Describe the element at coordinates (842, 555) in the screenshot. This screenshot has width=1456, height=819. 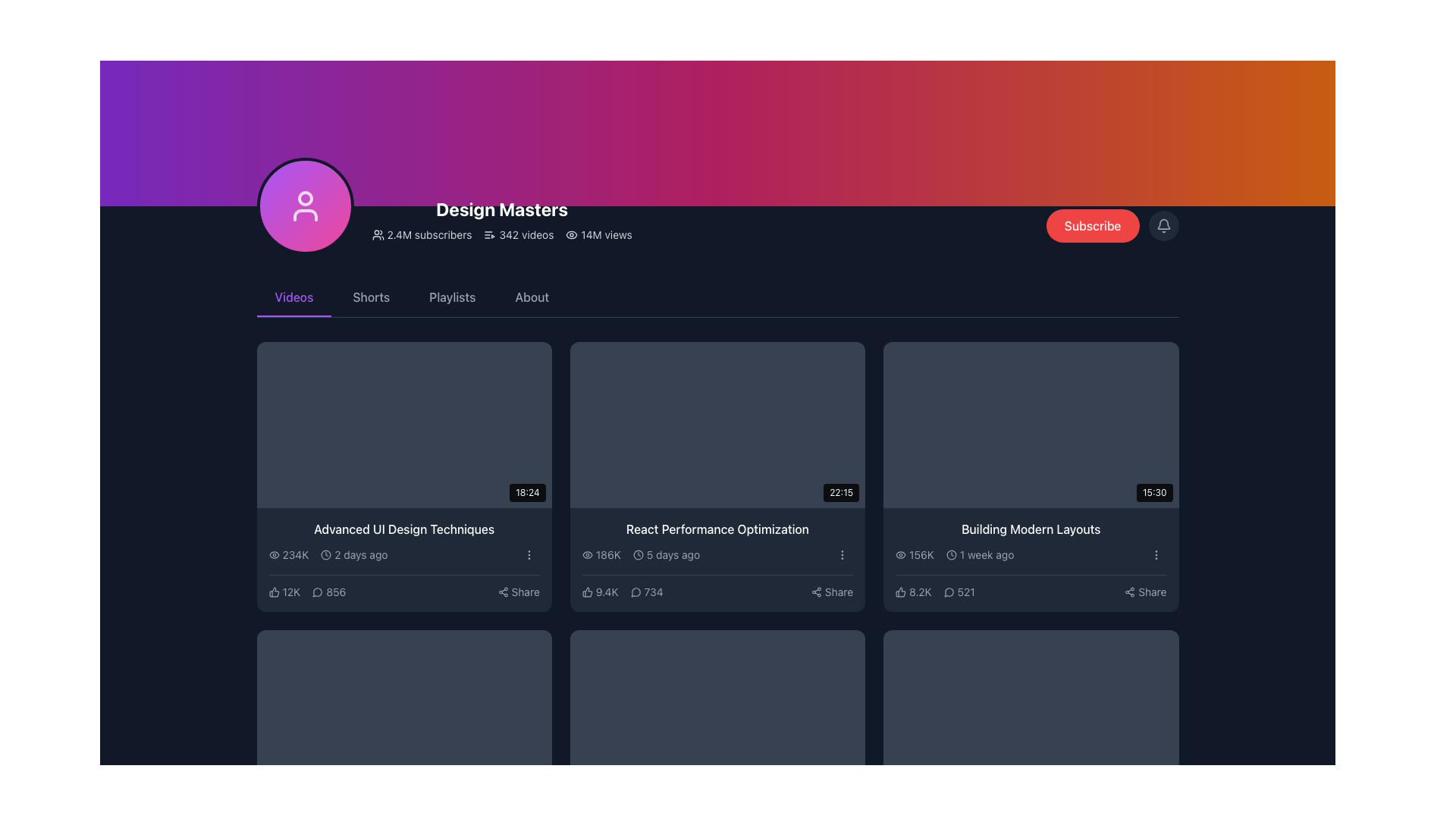
I see `the vertical ellipsis menu icon (three-dot icon) located at the bottom right section of the card for the video titled 'React Performance Optimization'` at that location.